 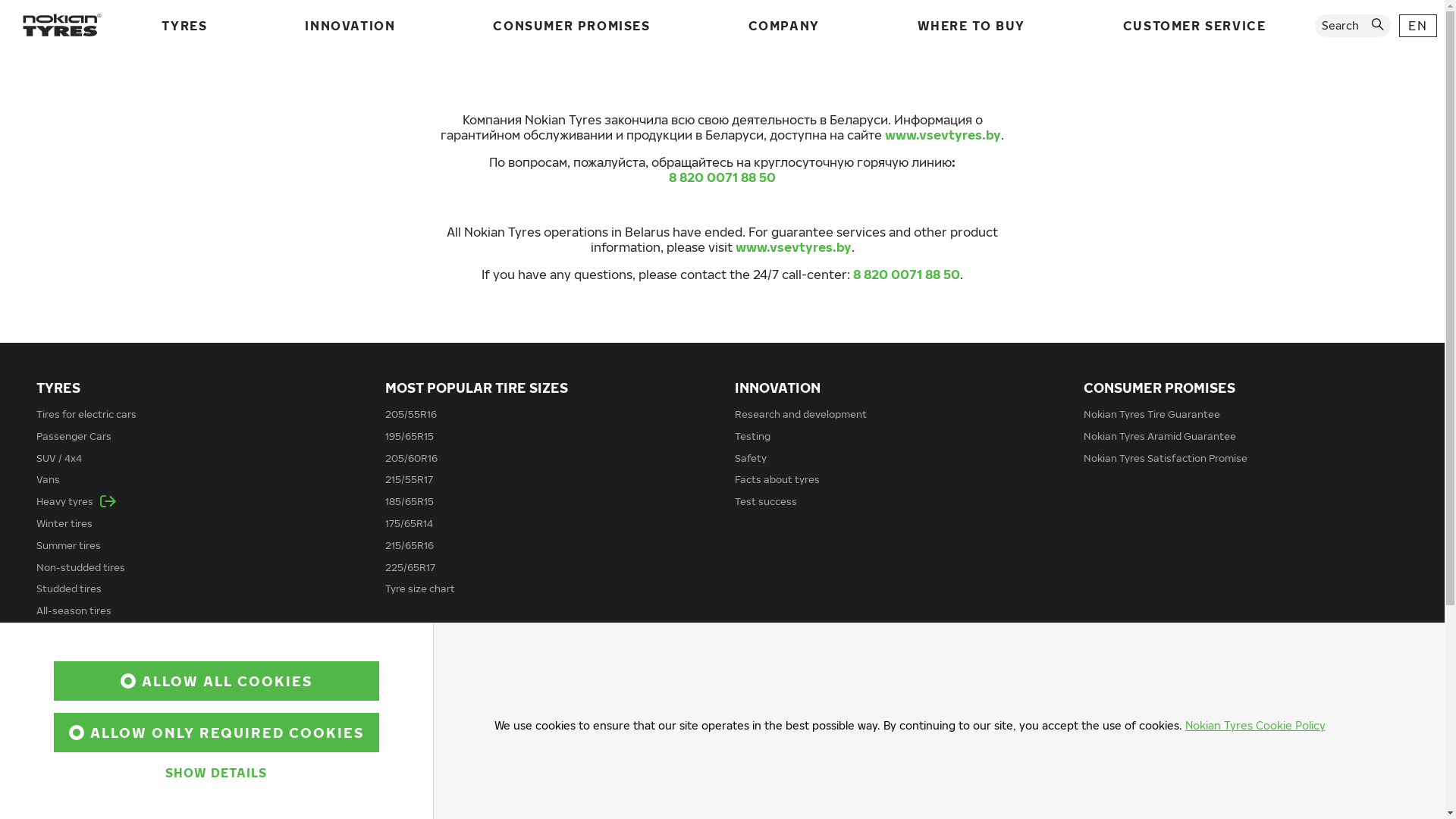 What do you see at coordinates (75, 500) in the screenshot?
I see `'Heavy tyres'` at bounding box center [75, 500].